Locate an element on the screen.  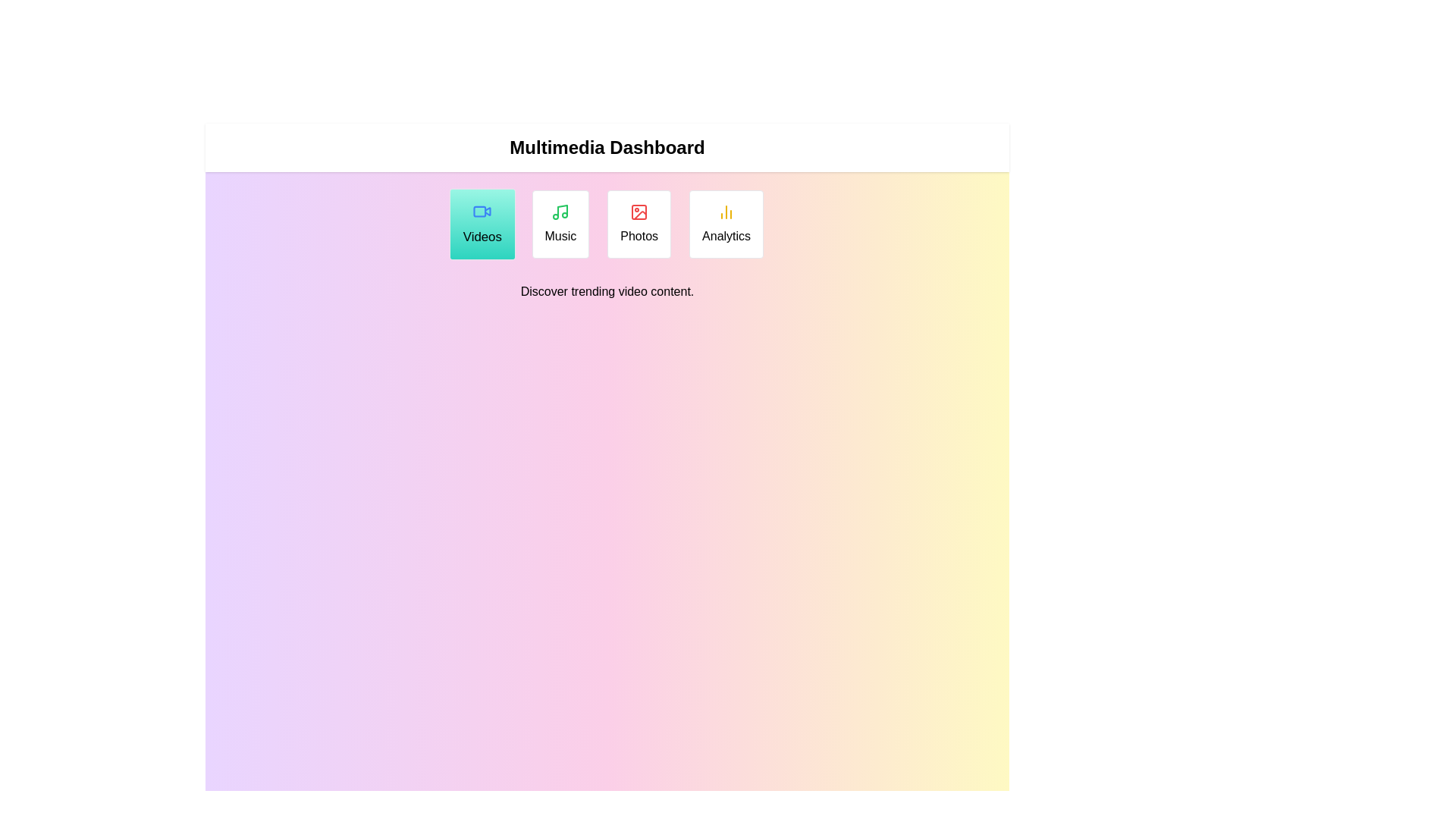
the Music tab to read its description is located at coordinates (560, 224).